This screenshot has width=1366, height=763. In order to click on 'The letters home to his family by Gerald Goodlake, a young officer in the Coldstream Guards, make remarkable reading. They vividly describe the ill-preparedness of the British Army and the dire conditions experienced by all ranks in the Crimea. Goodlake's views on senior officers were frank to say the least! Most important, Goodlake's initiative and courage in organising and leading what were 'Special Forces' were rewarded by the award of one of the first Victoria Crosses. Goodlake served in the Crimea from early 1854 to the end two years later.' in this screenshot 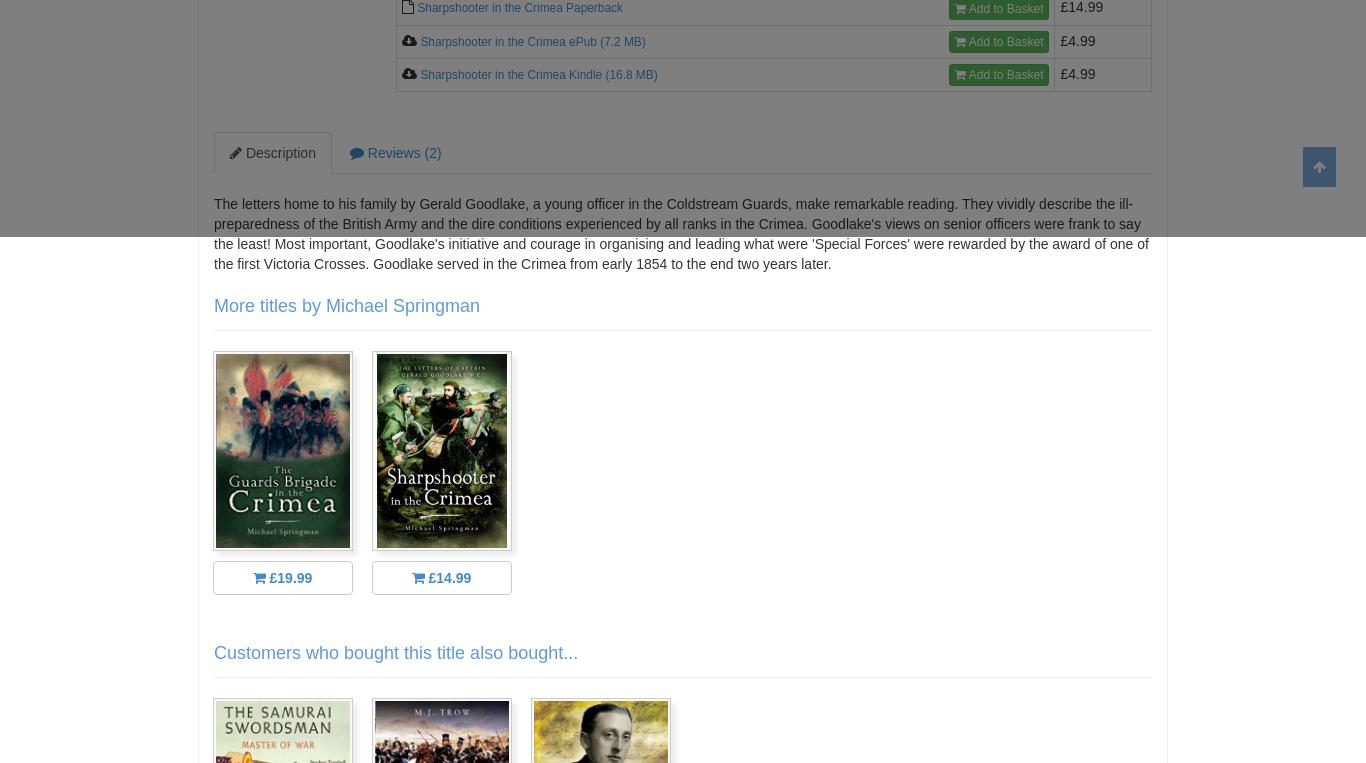, I will do `click(679, 233)`.